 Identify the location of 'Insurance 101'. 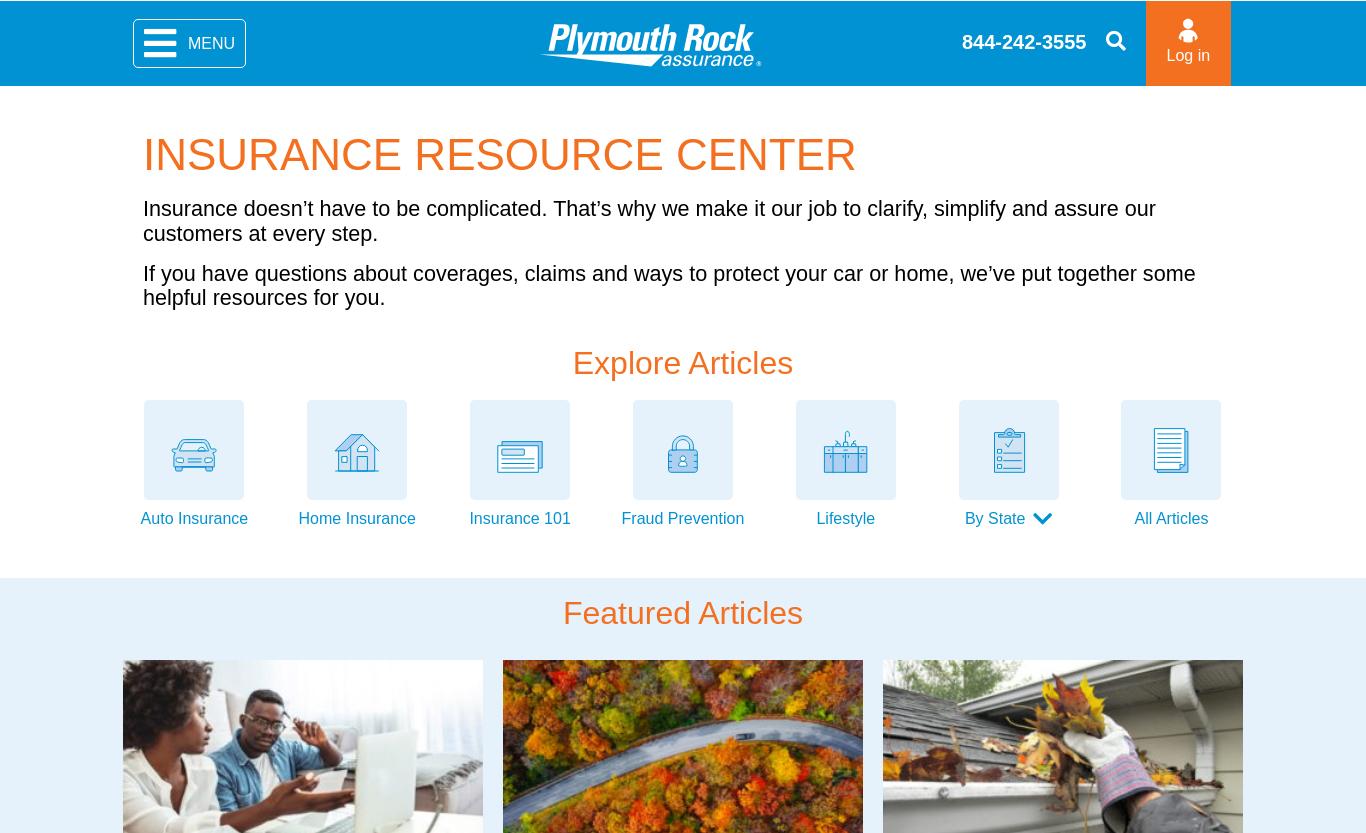
(519, 517).